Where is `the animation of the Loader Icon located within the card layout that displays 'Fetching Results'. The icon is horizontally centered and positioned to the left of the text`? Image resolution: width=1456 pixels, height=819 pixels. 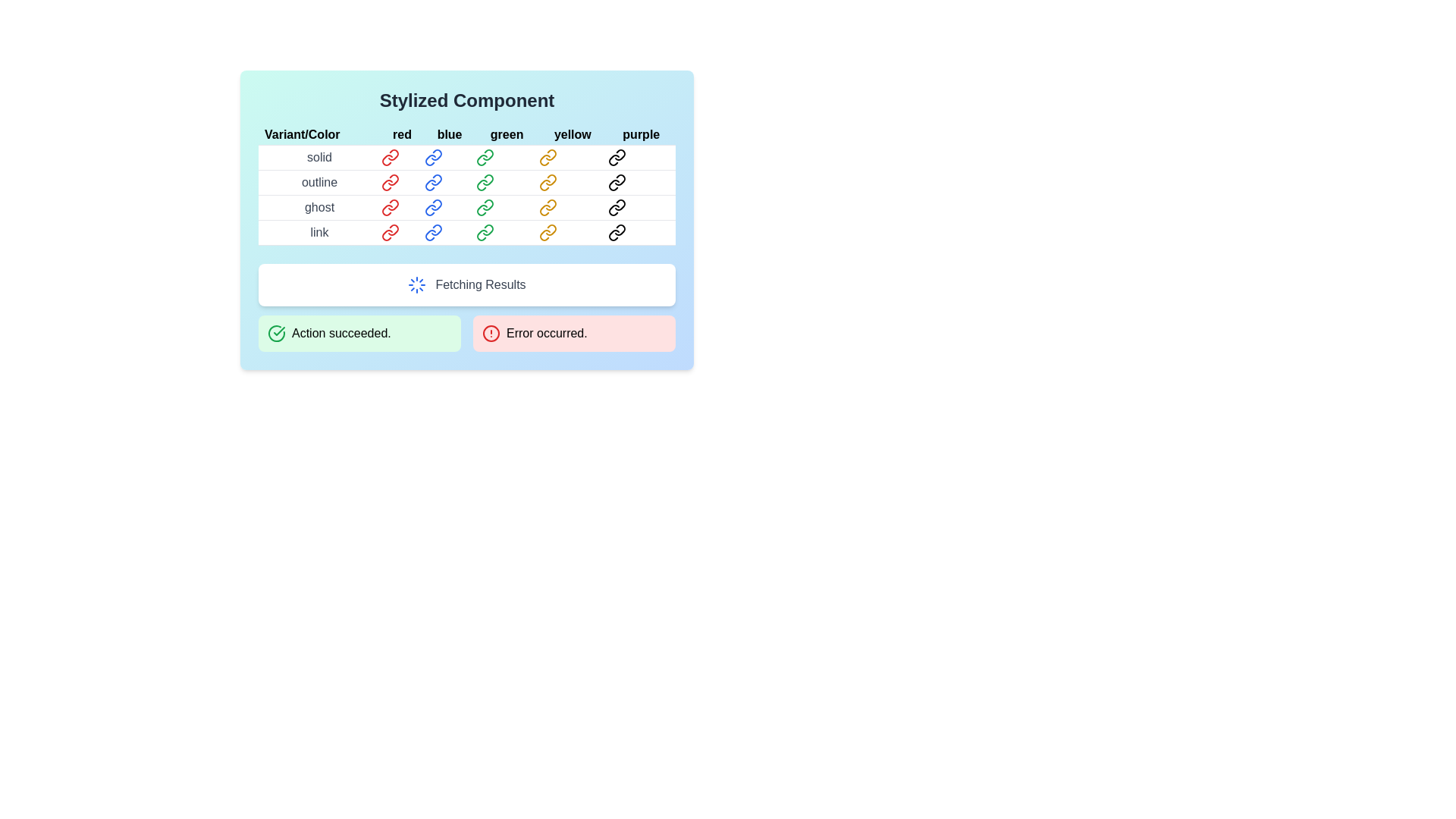
the animation of the Loader Icon located within the card layout that displays 'Fetching Results'. The icon is horizontally centered and positioned to the left of the text is located at coordinates (417, 284).